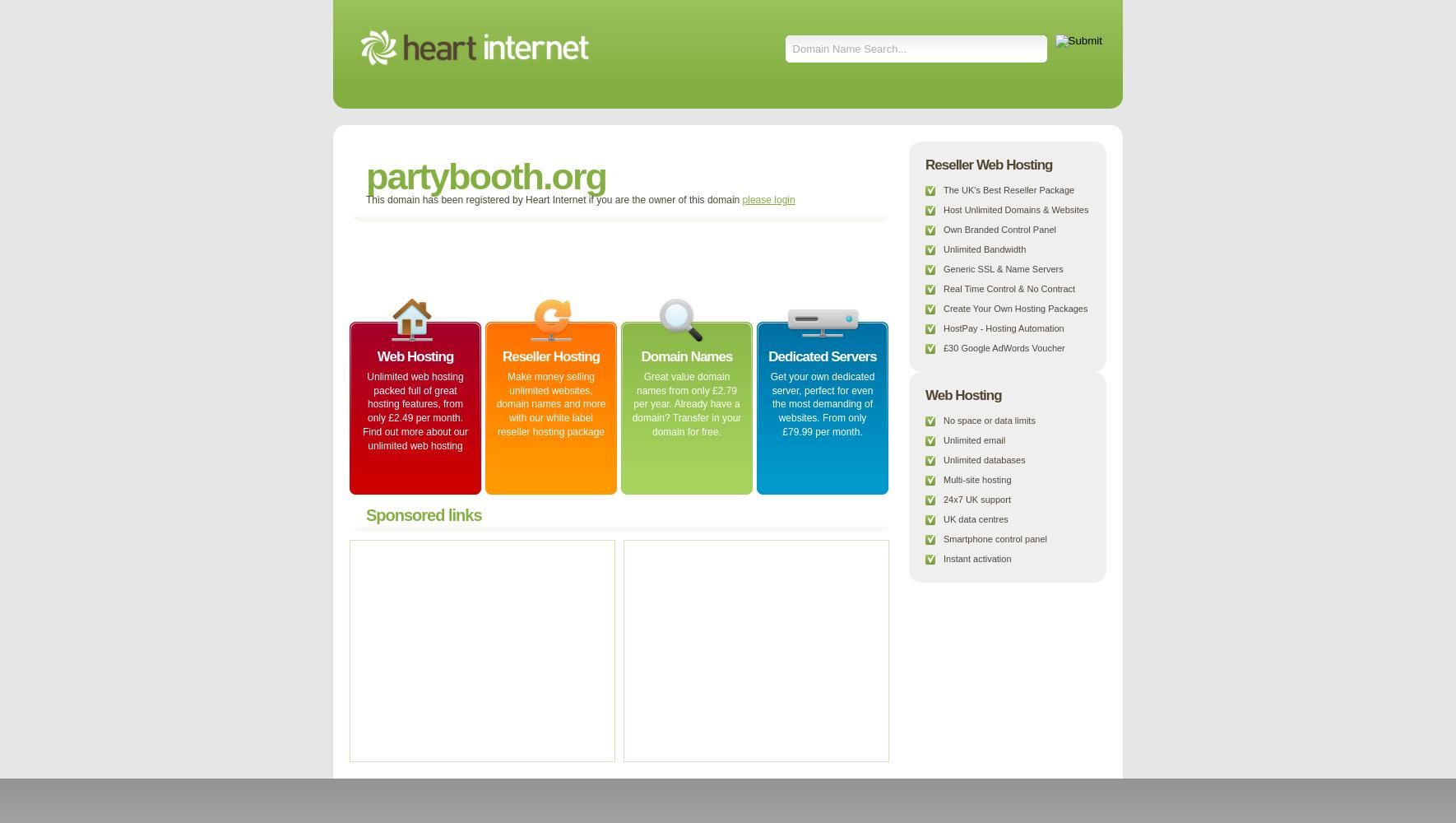  What do you see at coordinates (632, 402) in the screenshot?
I see `'Great value domain names from only £2.79 per year. Already have a domain? Transfer in your domain for free.'` at bounding box center [632, 402].